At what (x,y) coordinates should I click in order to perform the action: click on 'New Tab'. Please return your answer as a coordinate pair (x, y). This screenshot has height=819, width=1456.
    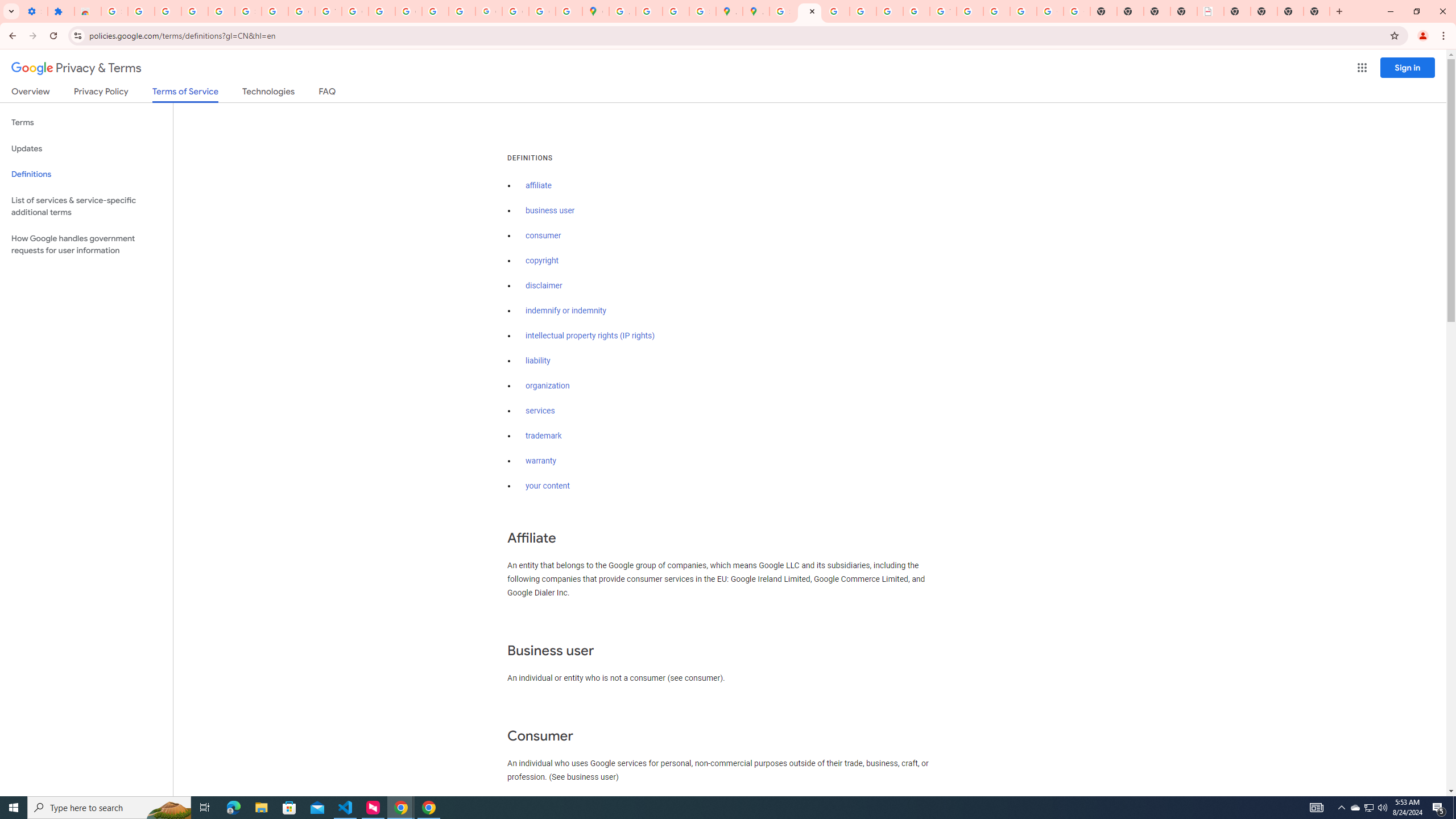
    Looking at the image, I should click on (1290, 11).